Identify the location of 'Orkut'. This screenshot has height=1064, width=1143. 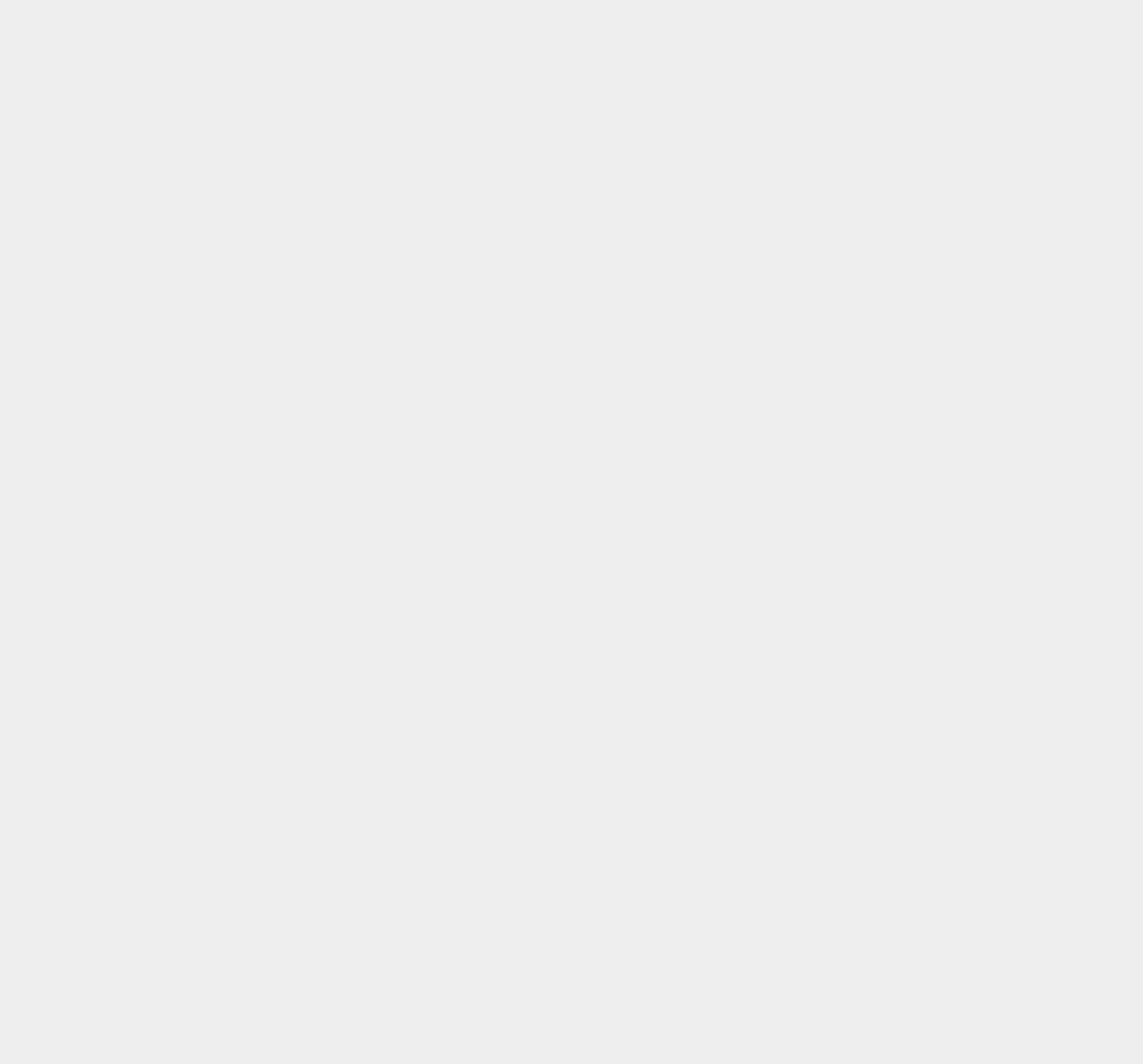
(824, 547).